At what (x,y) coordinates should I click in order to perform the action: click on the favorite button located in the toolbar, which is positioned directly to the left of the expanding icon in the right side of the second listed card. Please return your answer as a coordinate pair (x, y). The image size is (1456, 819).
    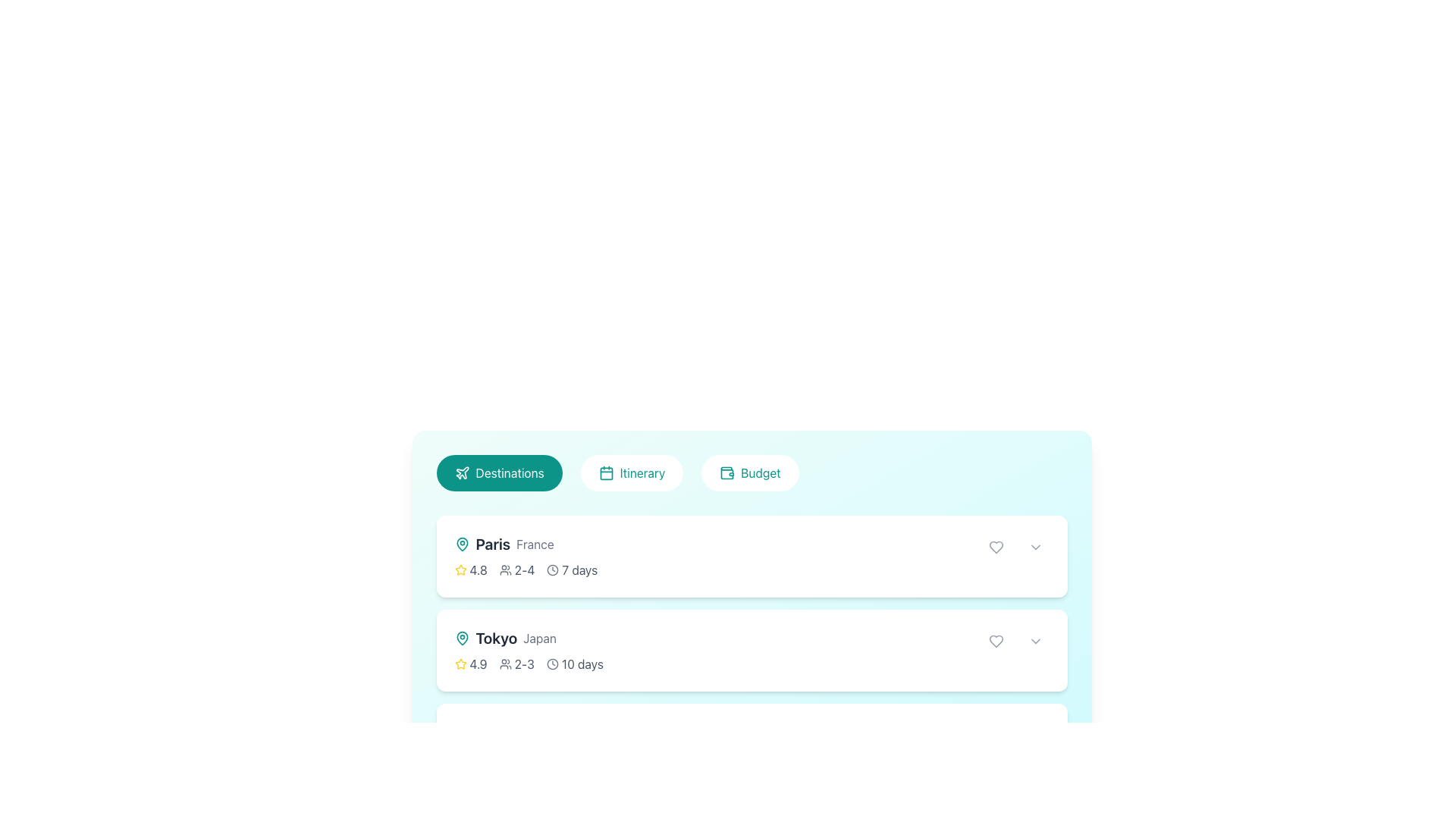
    Looking at the image, I should click on (996, 641).